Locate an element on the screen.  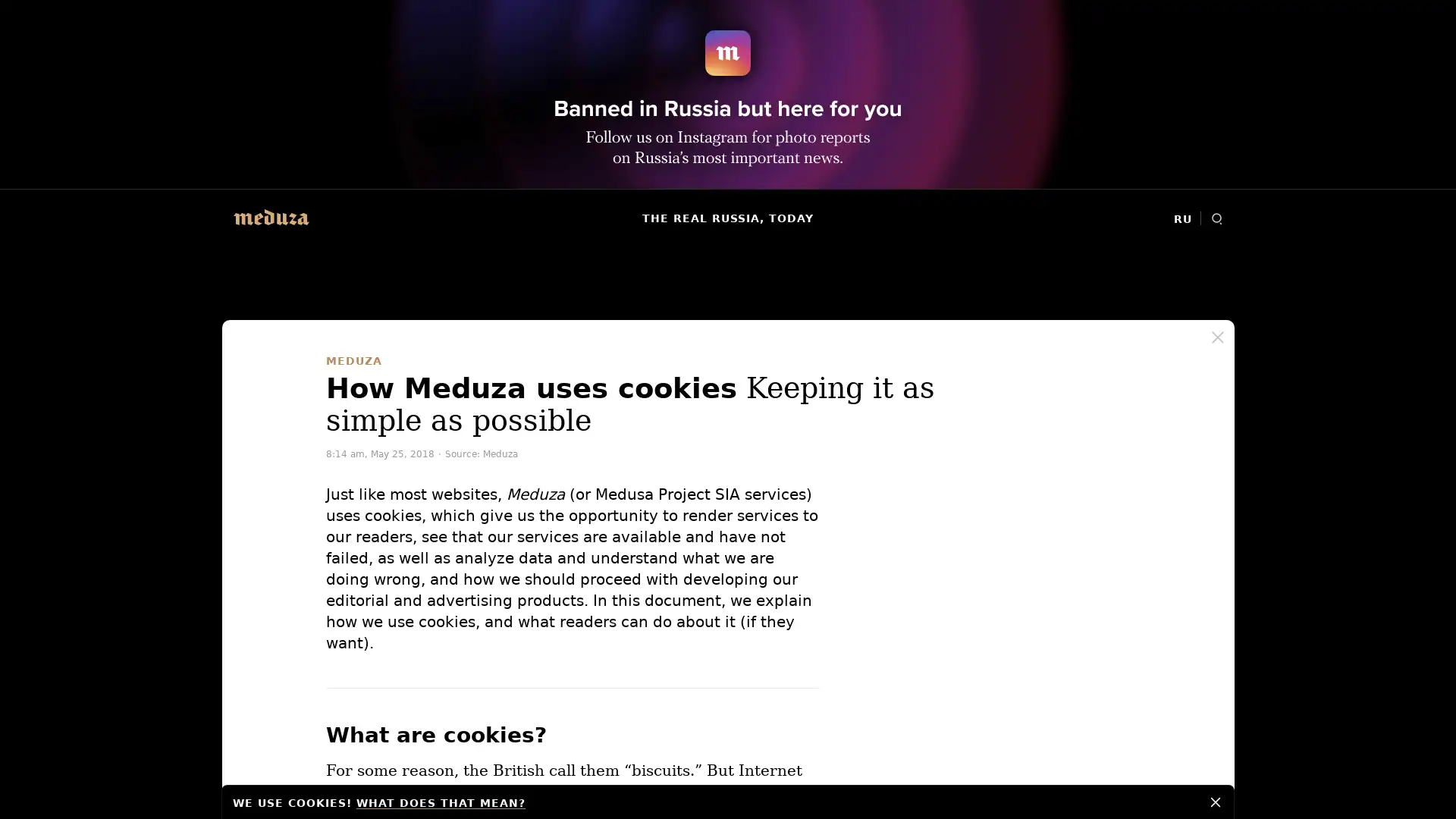
Search is located at coordinates (1216, 218).